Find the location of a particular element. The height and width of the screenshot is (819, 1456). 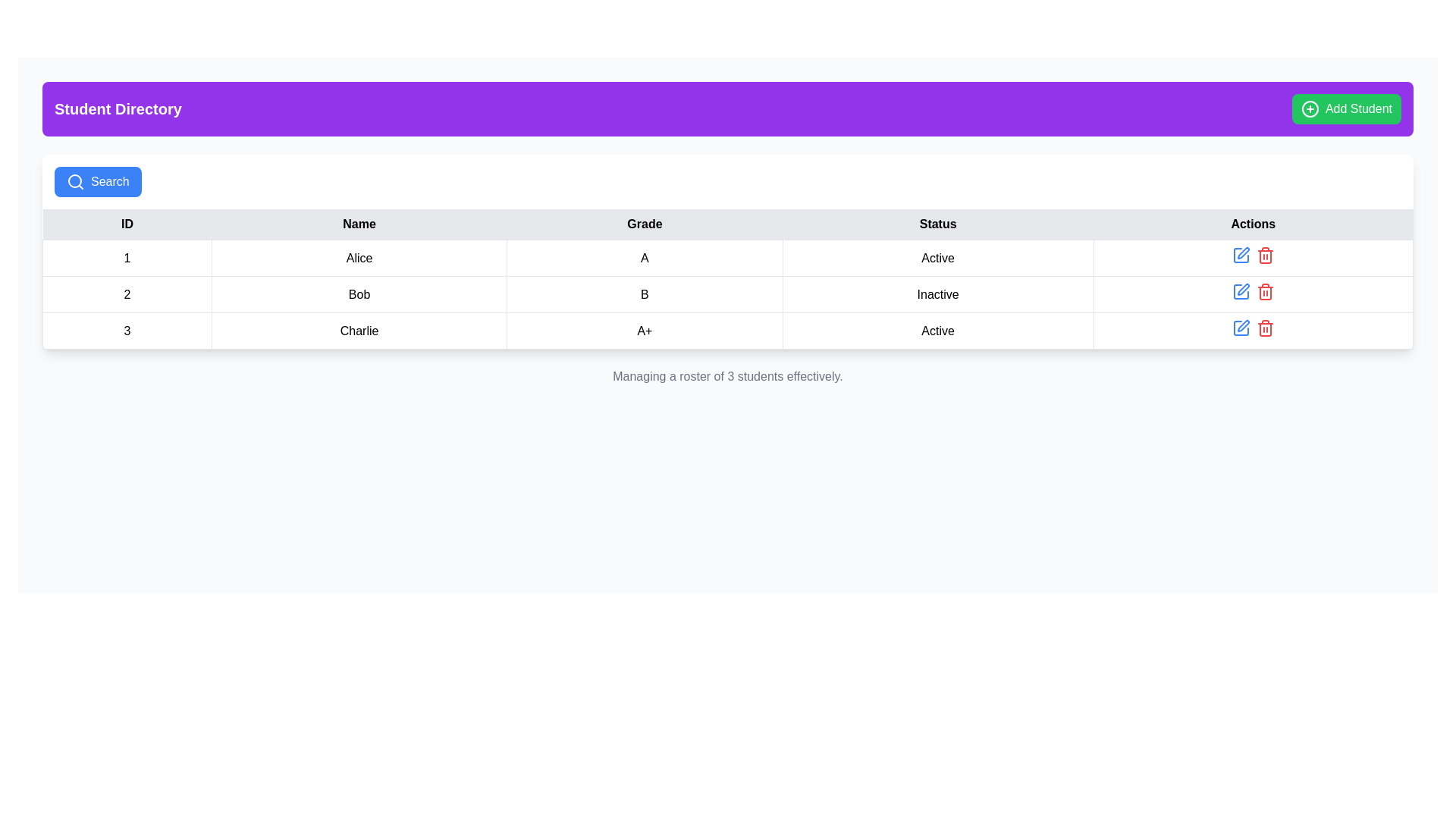

the third cell in the 'Grade' column of the student directory table, which displays the grade of a student in the third row is located at coordinates (645, 330).